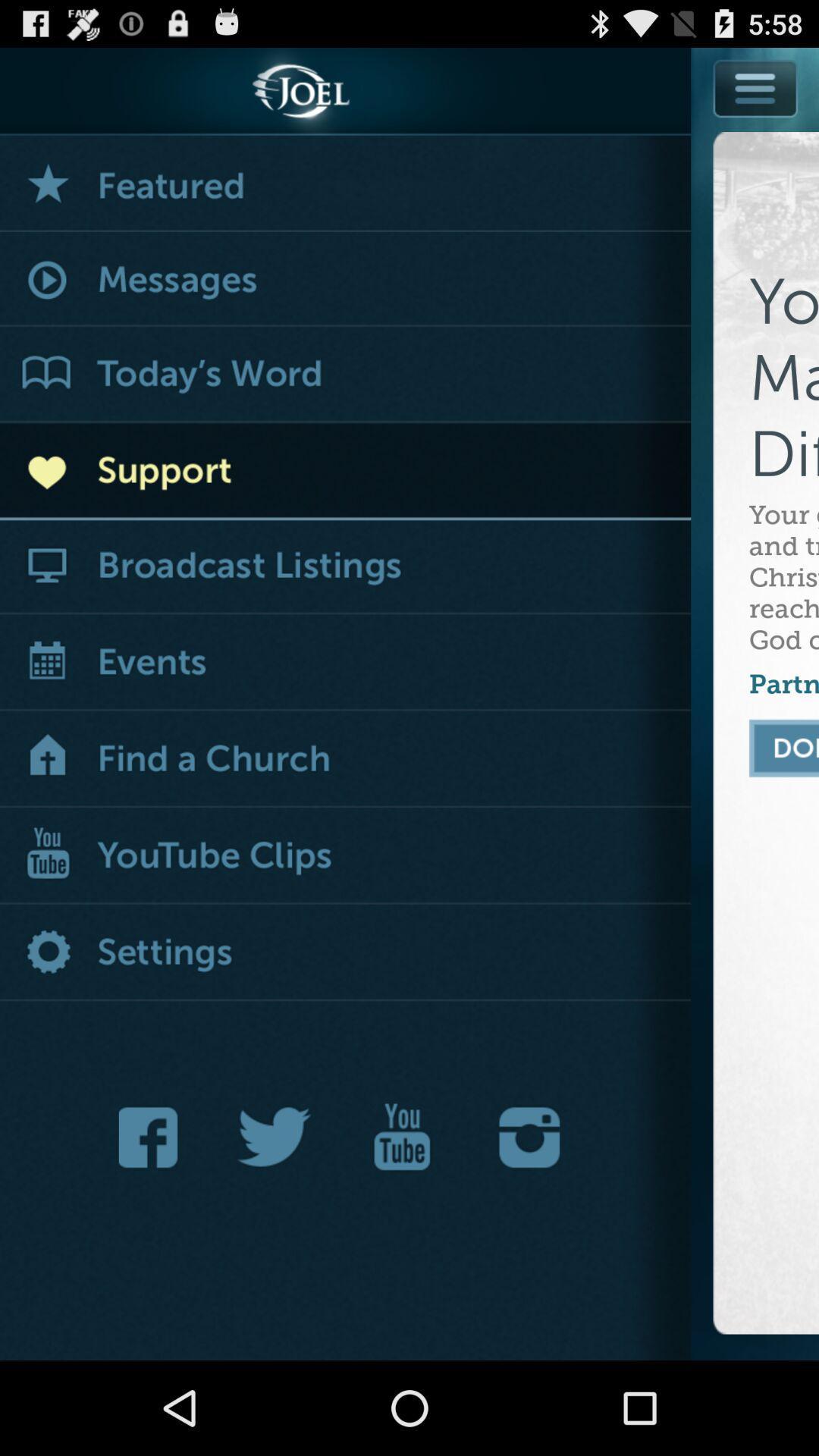 The height and width of the screenshot is (1456, 819). What do you see at coordinates (345, 857) in the screenshot?
I see `youtube clips` at bounding box center [345, 857].